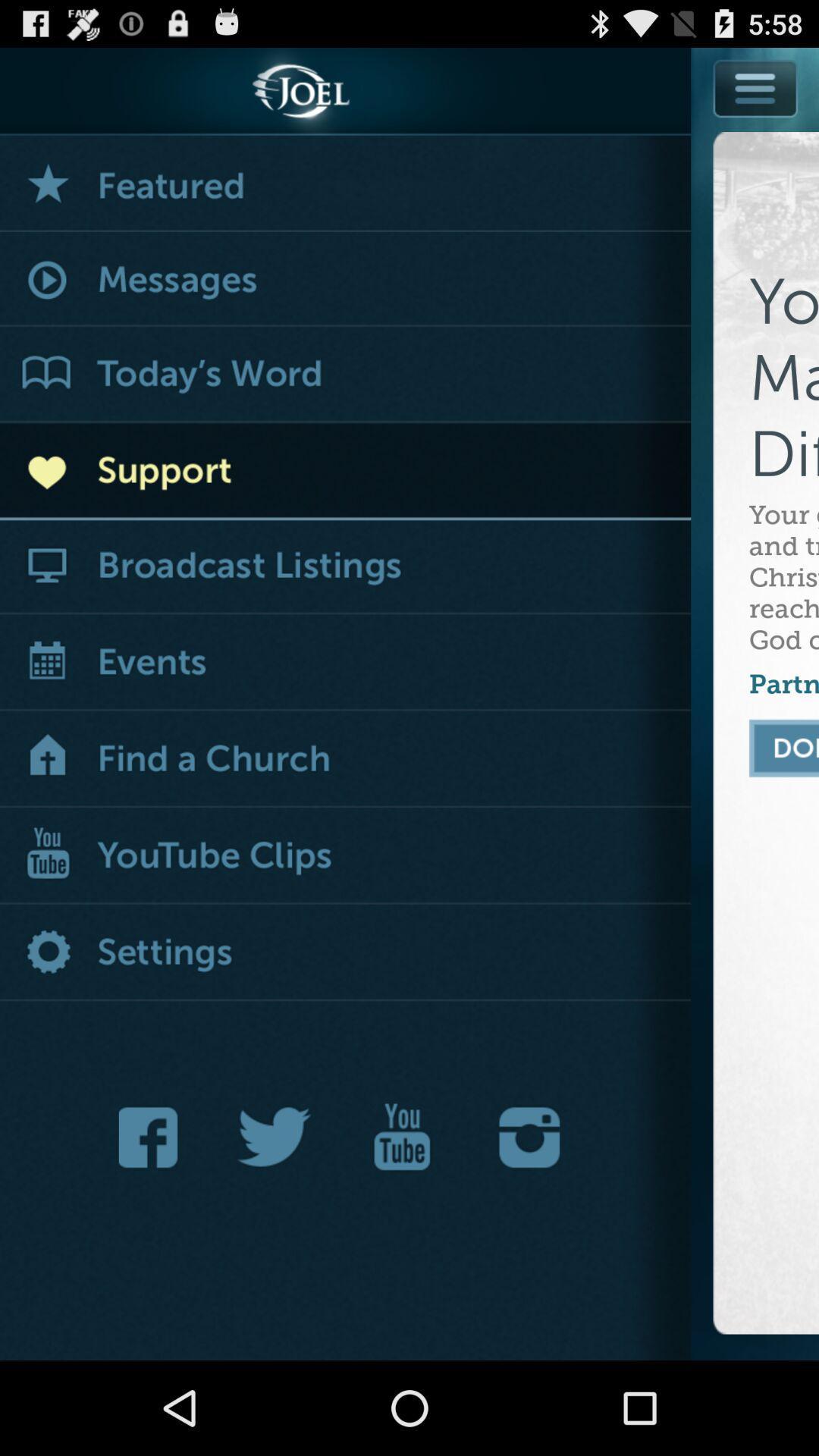 The height and width of the screenshot is (1456, 819). What do you see at coordinates (345, 857) in the screenshot?
I see `youtube clips` at bounding box center [345, 857].